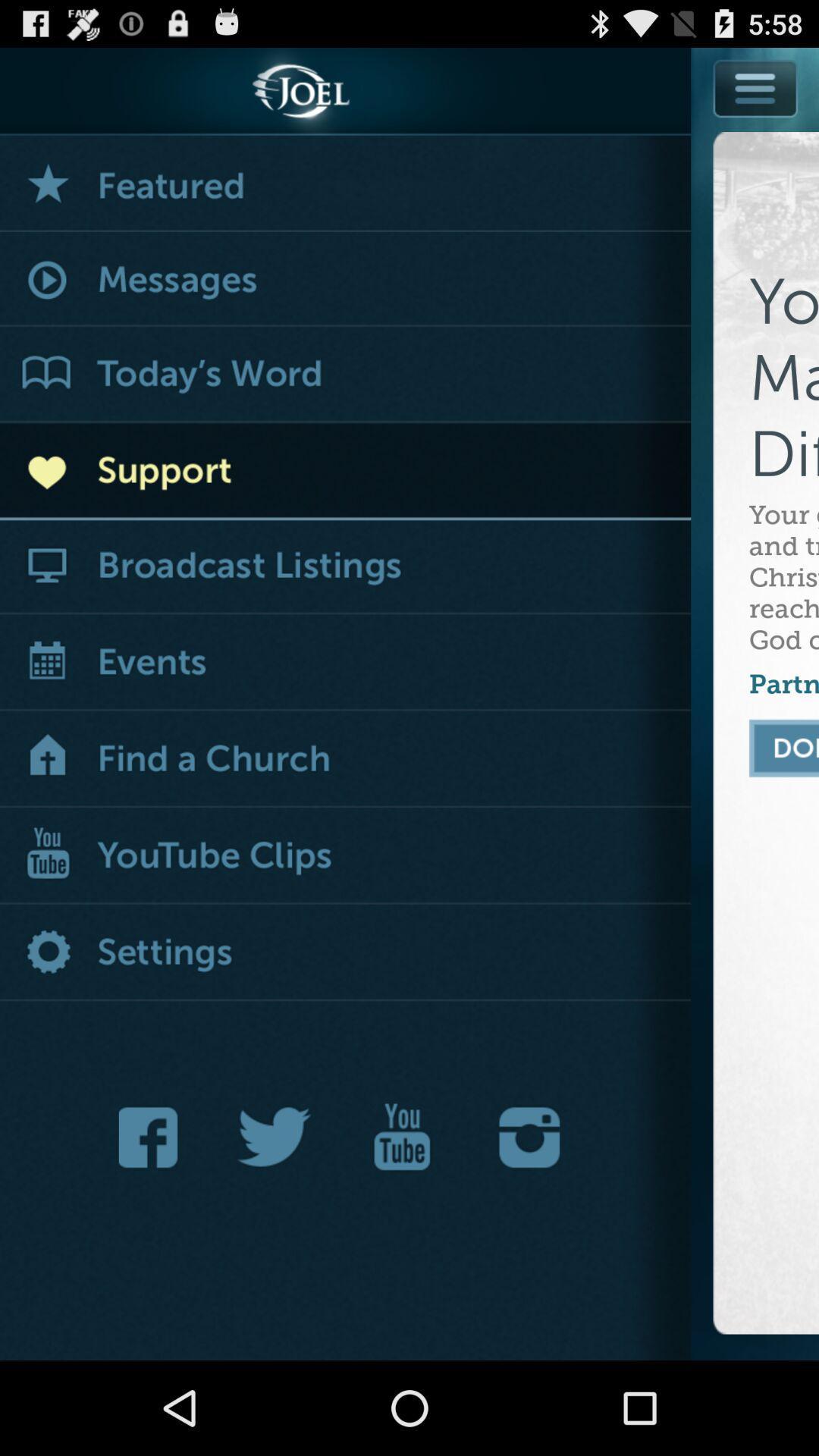 The height and width of the screenshot is (1456, 819). What do you see at coordinates (345, 857) in the screenshot?
I see `youtube clips` at bounding box center [345, 857].